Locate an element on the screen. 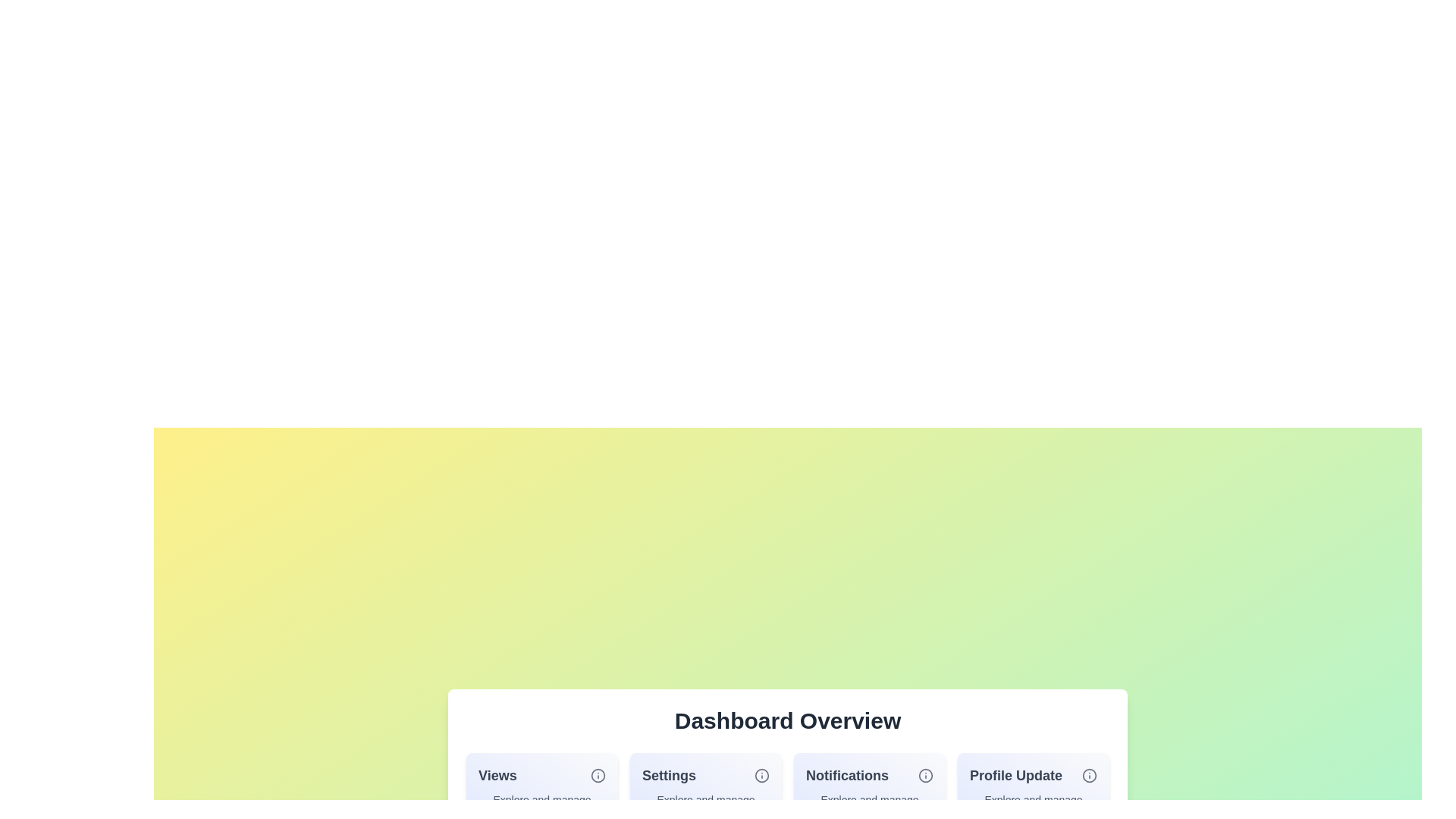 The height and width of the screenshot is (819, 1456). the information icon next to the 'Profile Update' text label is located at coordinates (1033, 775).